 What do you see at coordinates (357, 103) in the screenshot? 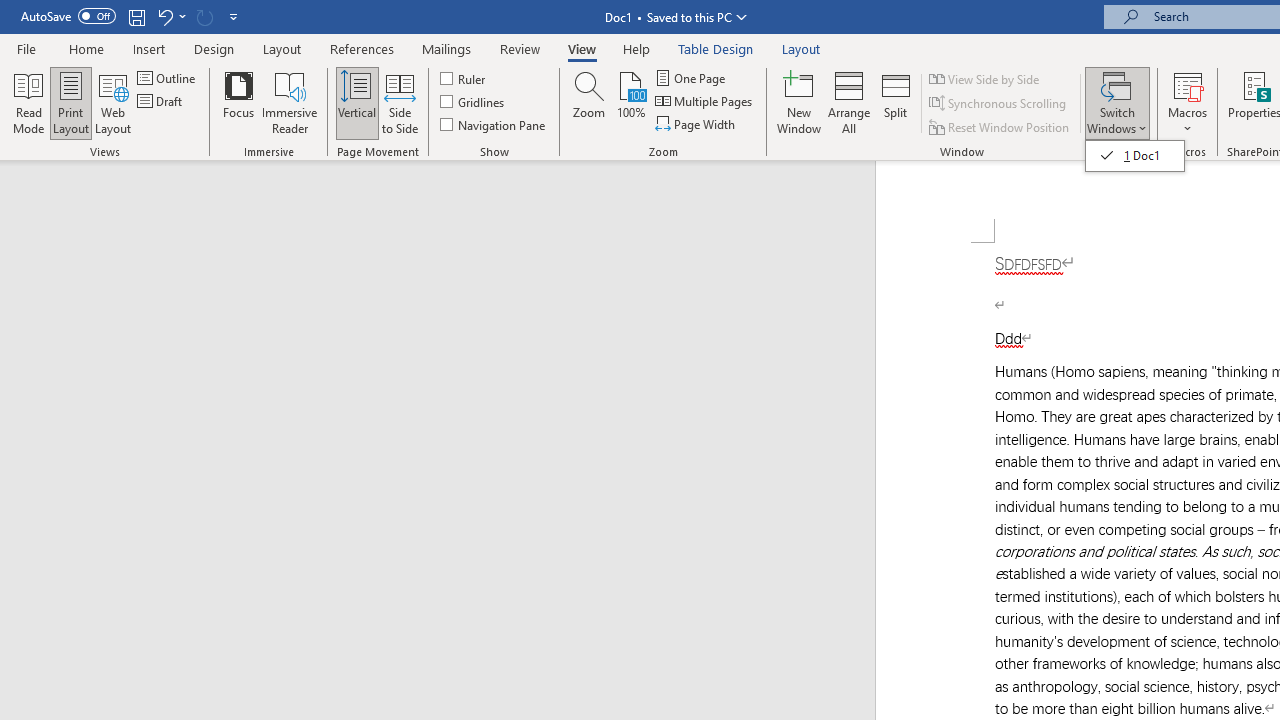
I see `'Vertical'` at bounding box center [357, 103].